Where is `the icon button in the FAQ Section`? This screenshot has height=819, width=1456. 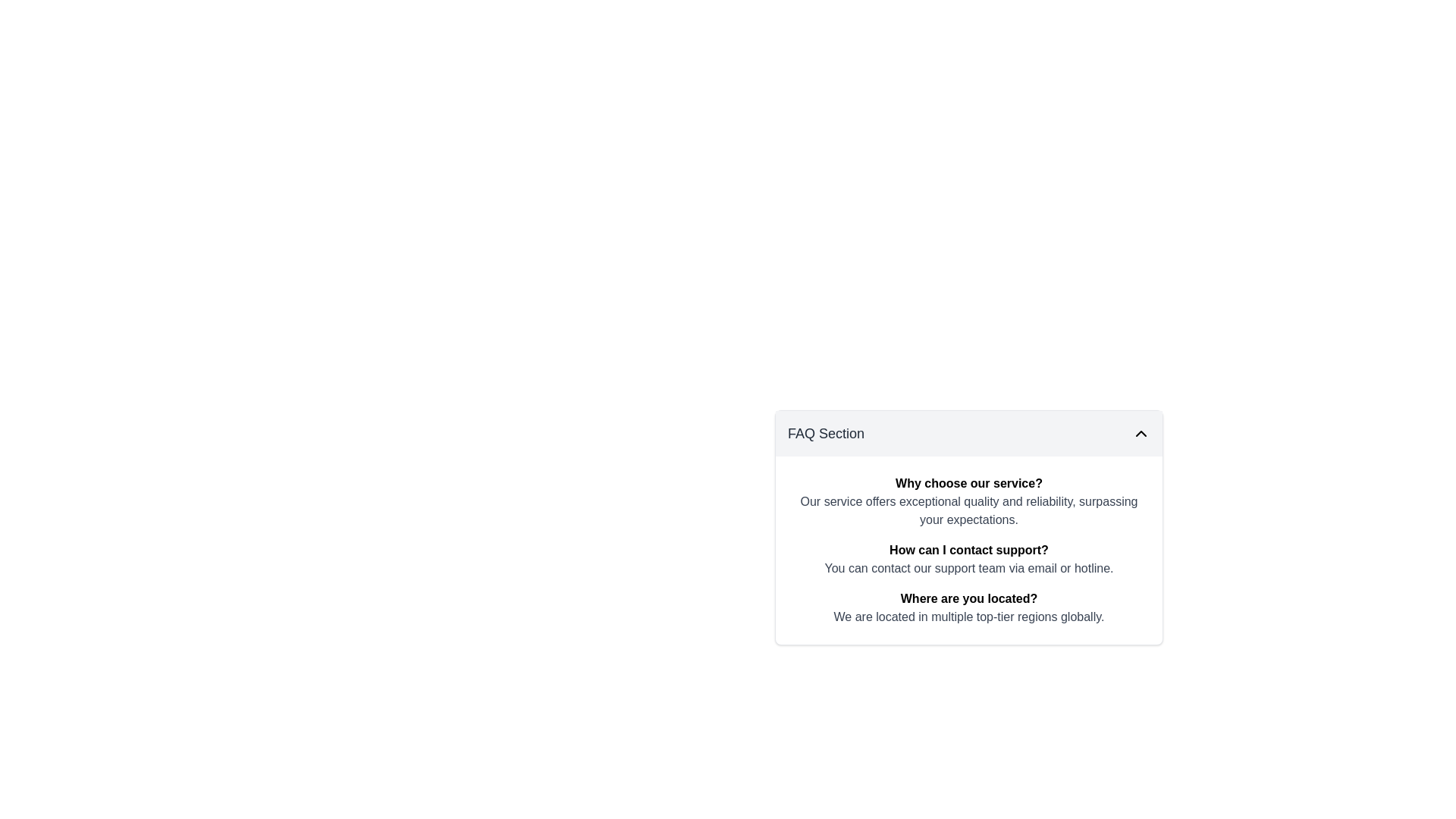
the icon button in the FAQ Section is located at coordinates (1141, 433).